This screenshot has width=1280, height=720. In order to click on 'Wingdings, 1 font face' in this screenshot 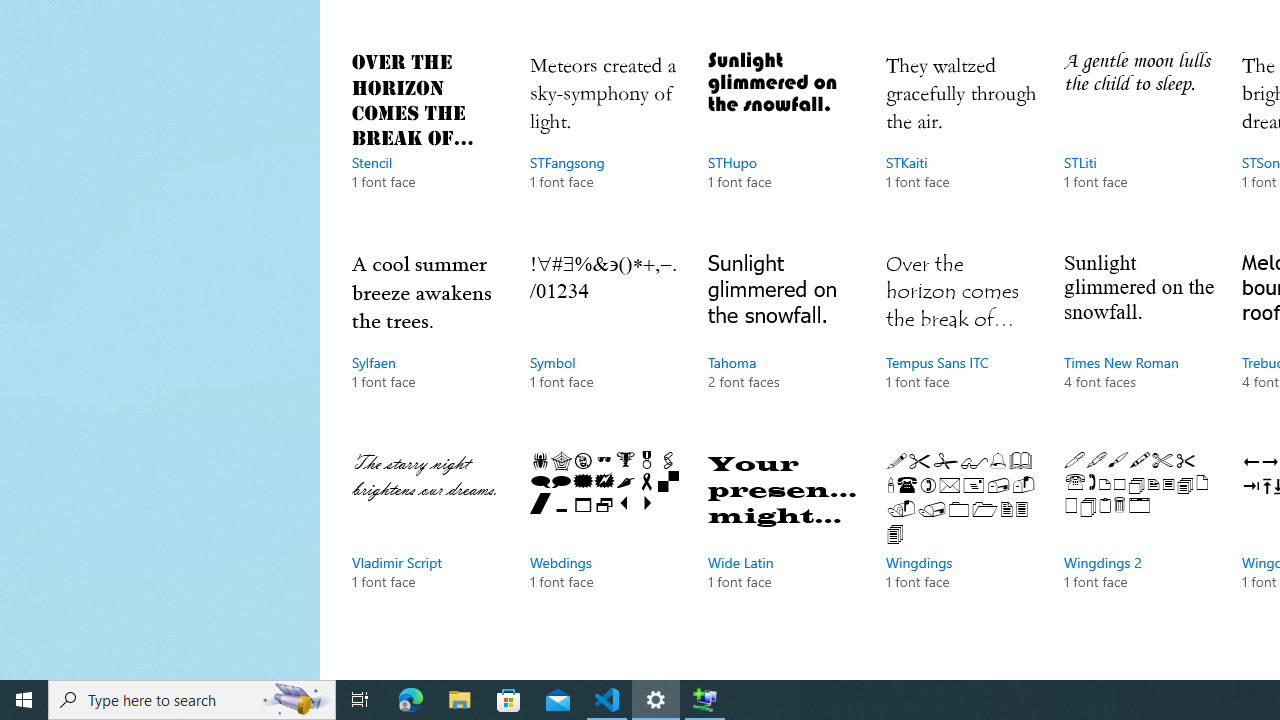, I will do `click(961, 540)`.